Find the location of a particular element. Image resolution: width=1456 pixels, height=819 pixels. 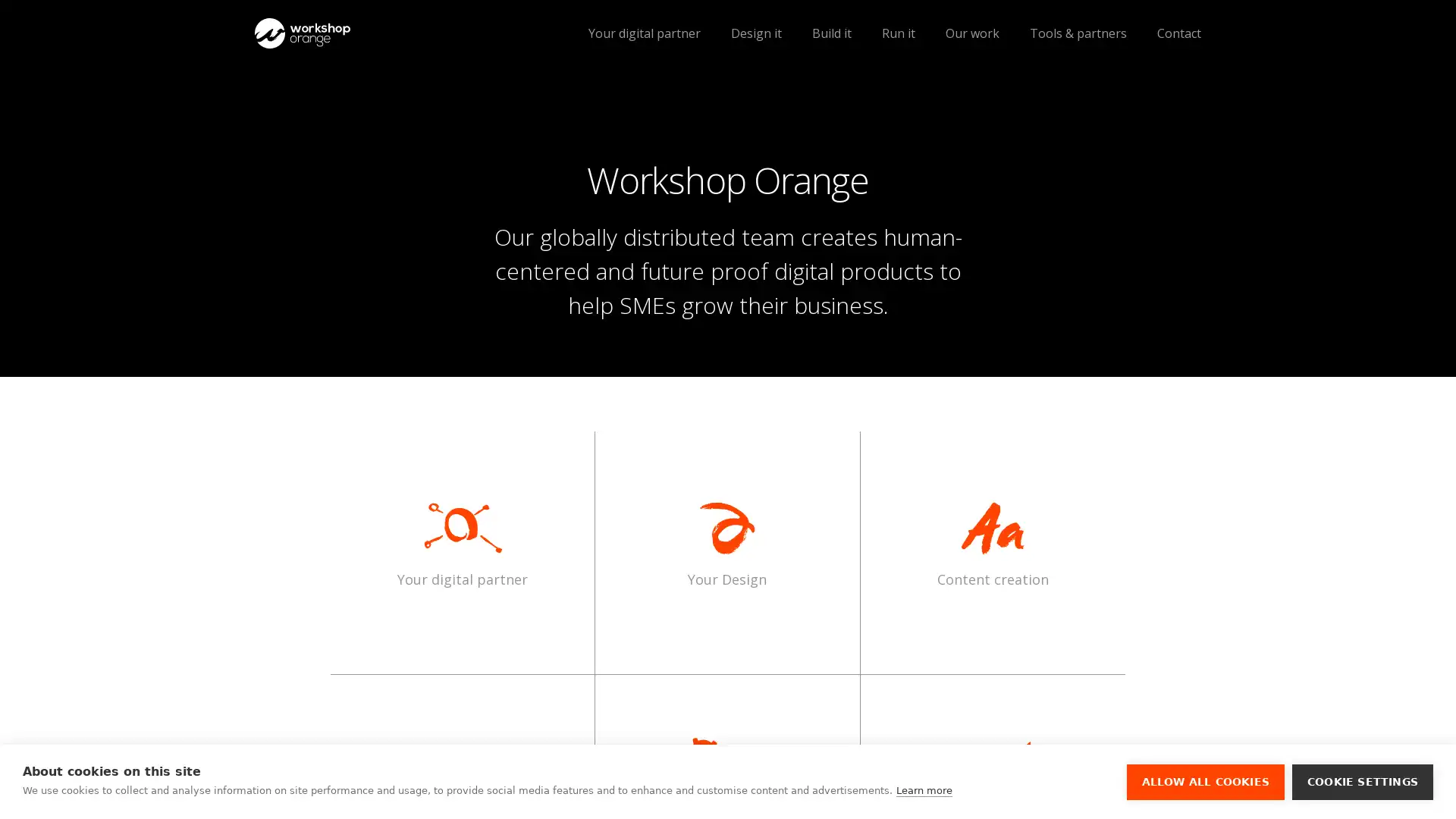

Websites is located at coordinates (374, 127).